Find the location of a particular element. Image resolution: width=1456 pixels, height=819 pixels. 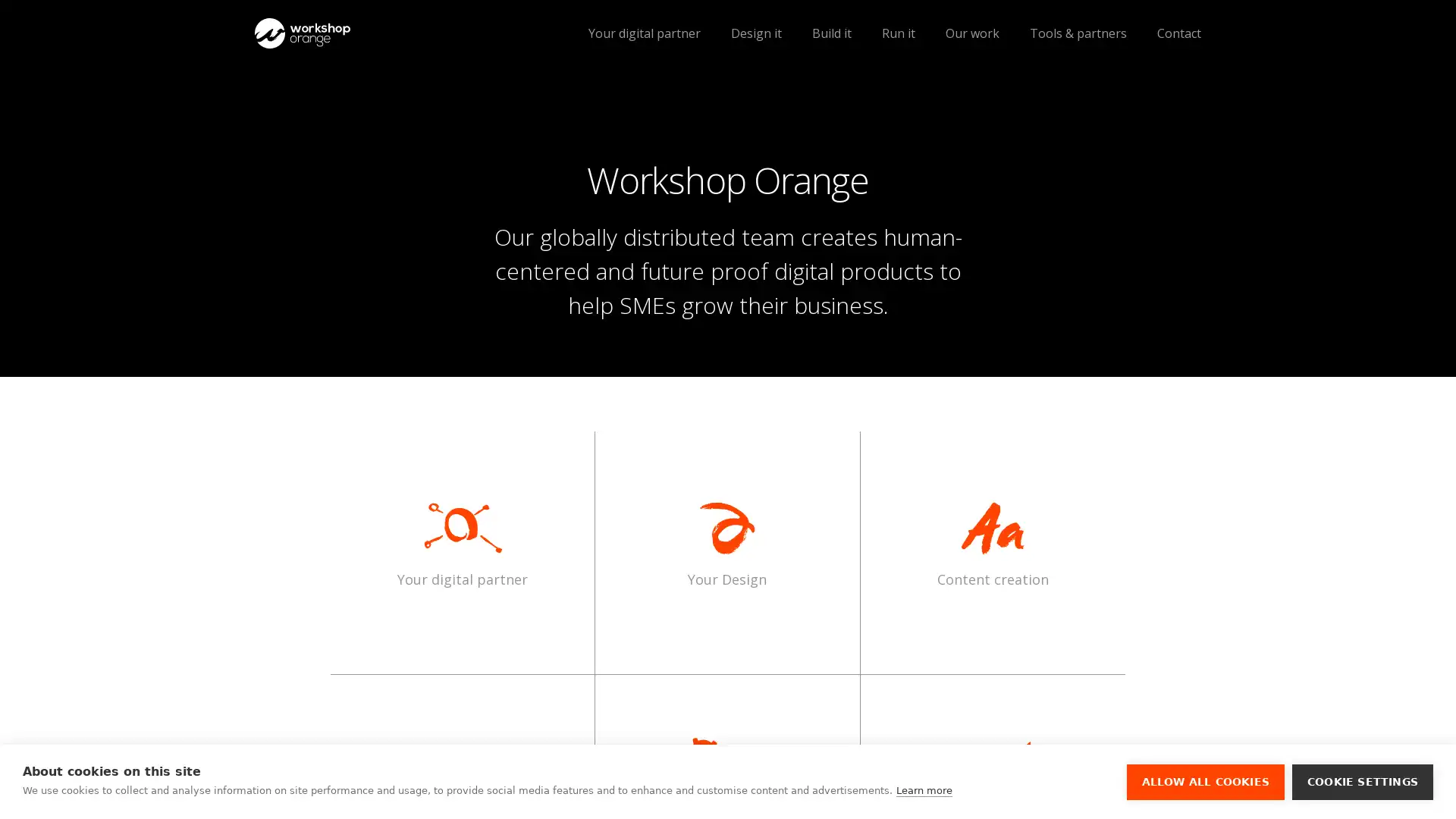

Websites is located at coordinates (374, 127).